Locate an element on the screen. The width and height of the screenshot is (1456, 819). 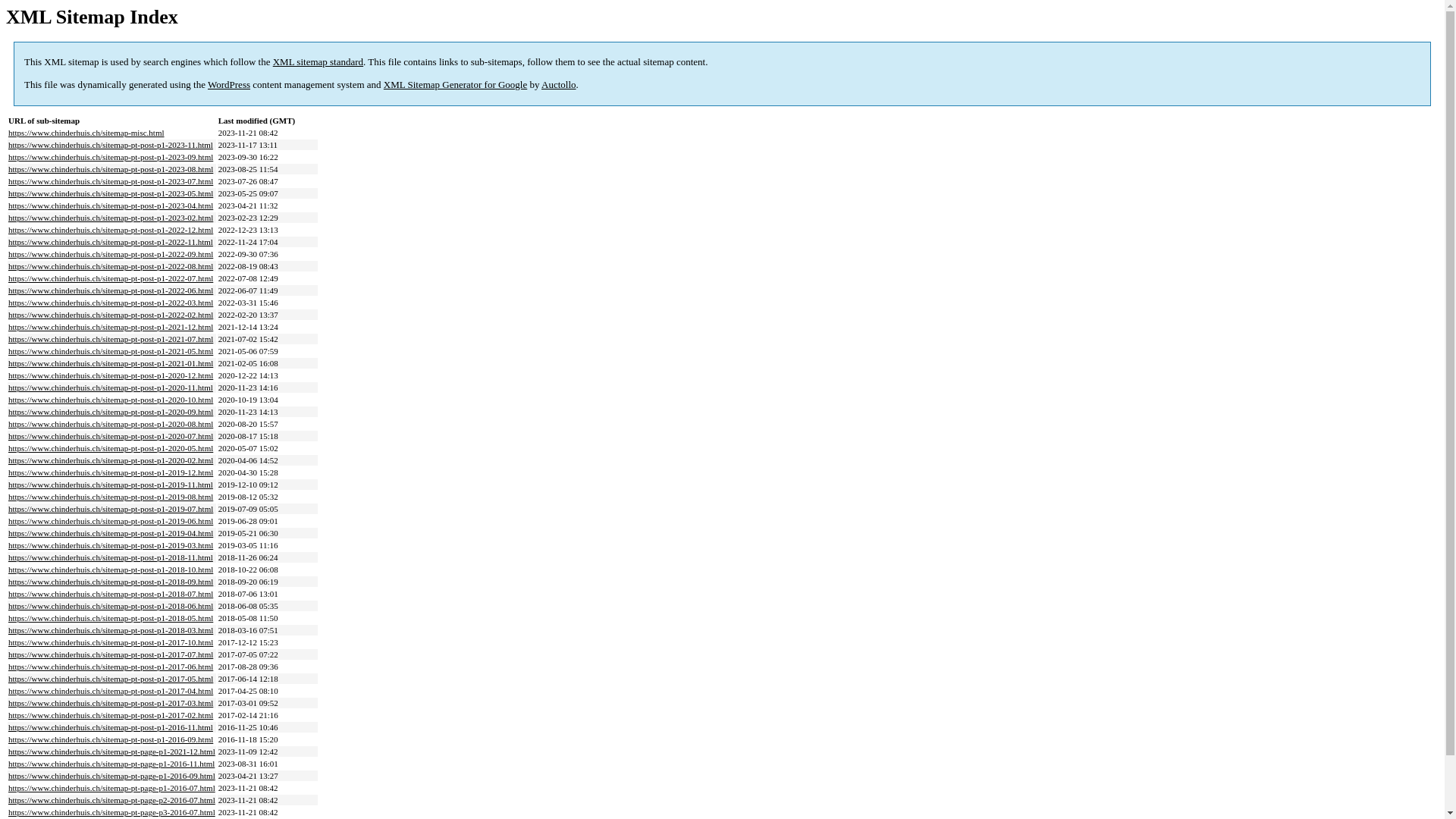
'Auctollo' is located at coordinates (558, 84).